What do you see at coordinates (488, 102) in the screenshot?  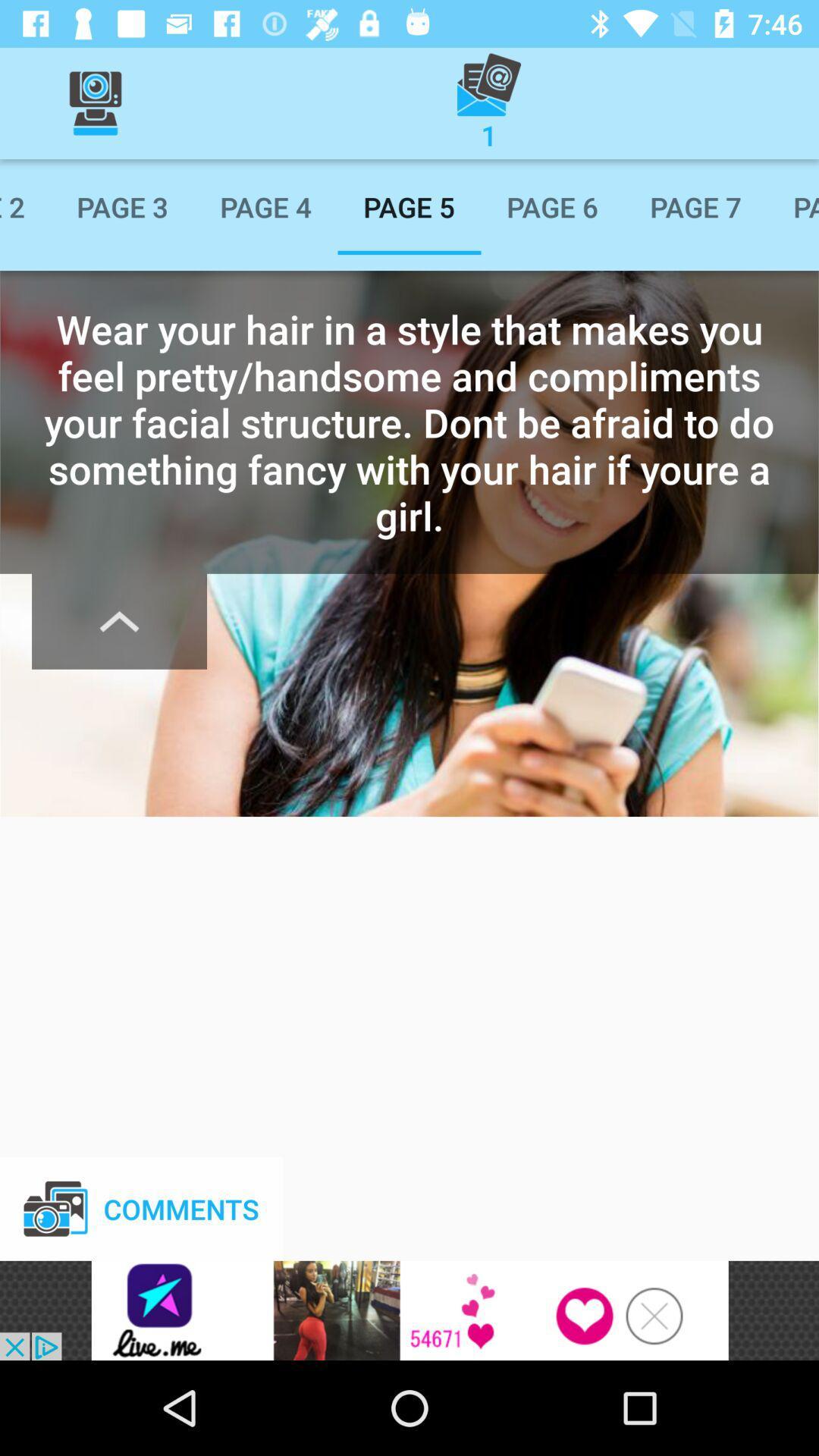 I see `the symbol which is above page 5` at bounding box center [488, 102].